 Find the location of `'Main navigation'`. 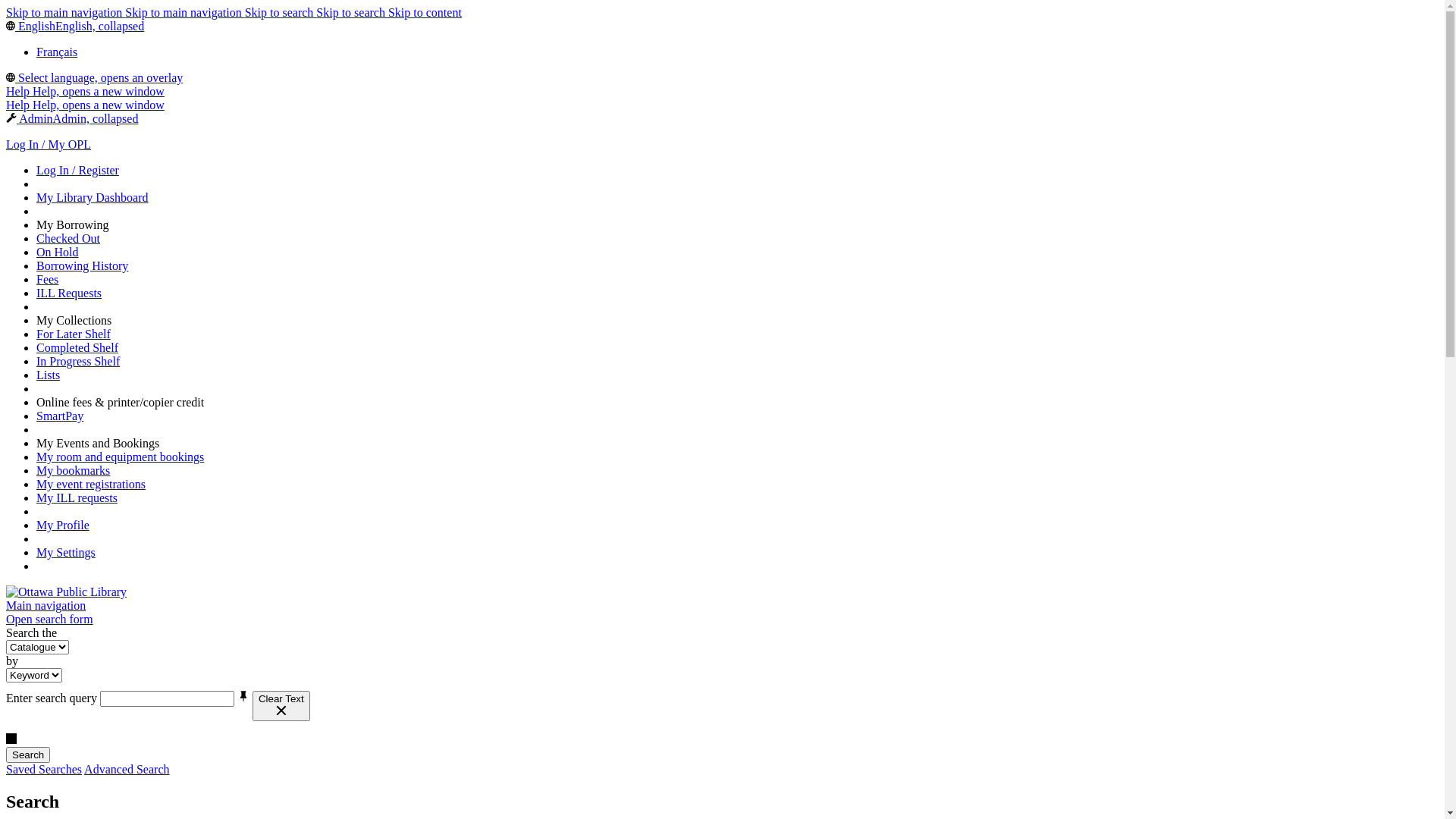

'Main navigation' is located at coordinates (45, 604).